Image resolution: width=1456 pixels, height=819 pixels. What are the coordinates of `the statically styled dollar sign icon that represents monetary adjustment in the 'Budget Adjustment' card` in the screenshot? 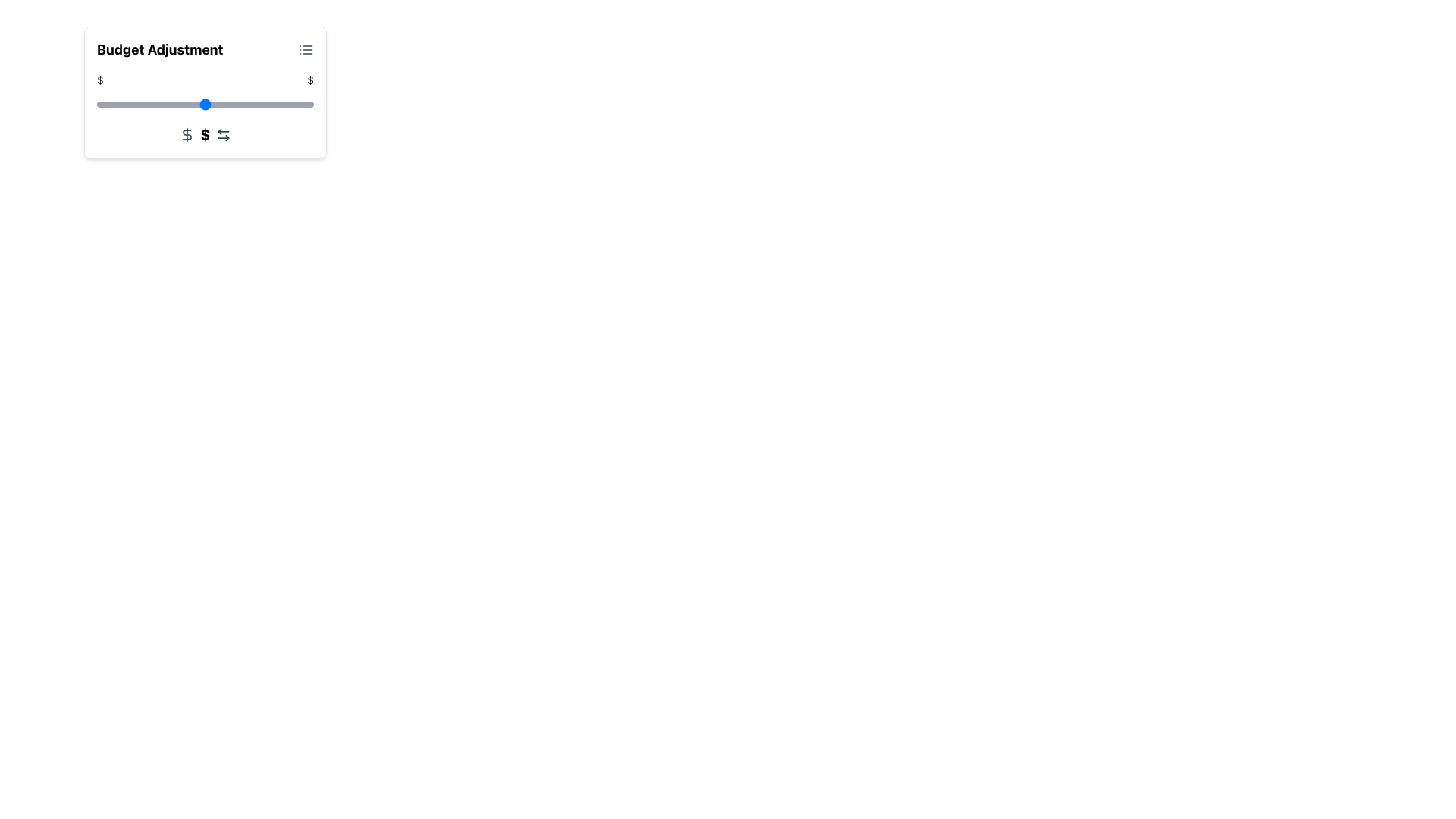 It's located at (204, 133).